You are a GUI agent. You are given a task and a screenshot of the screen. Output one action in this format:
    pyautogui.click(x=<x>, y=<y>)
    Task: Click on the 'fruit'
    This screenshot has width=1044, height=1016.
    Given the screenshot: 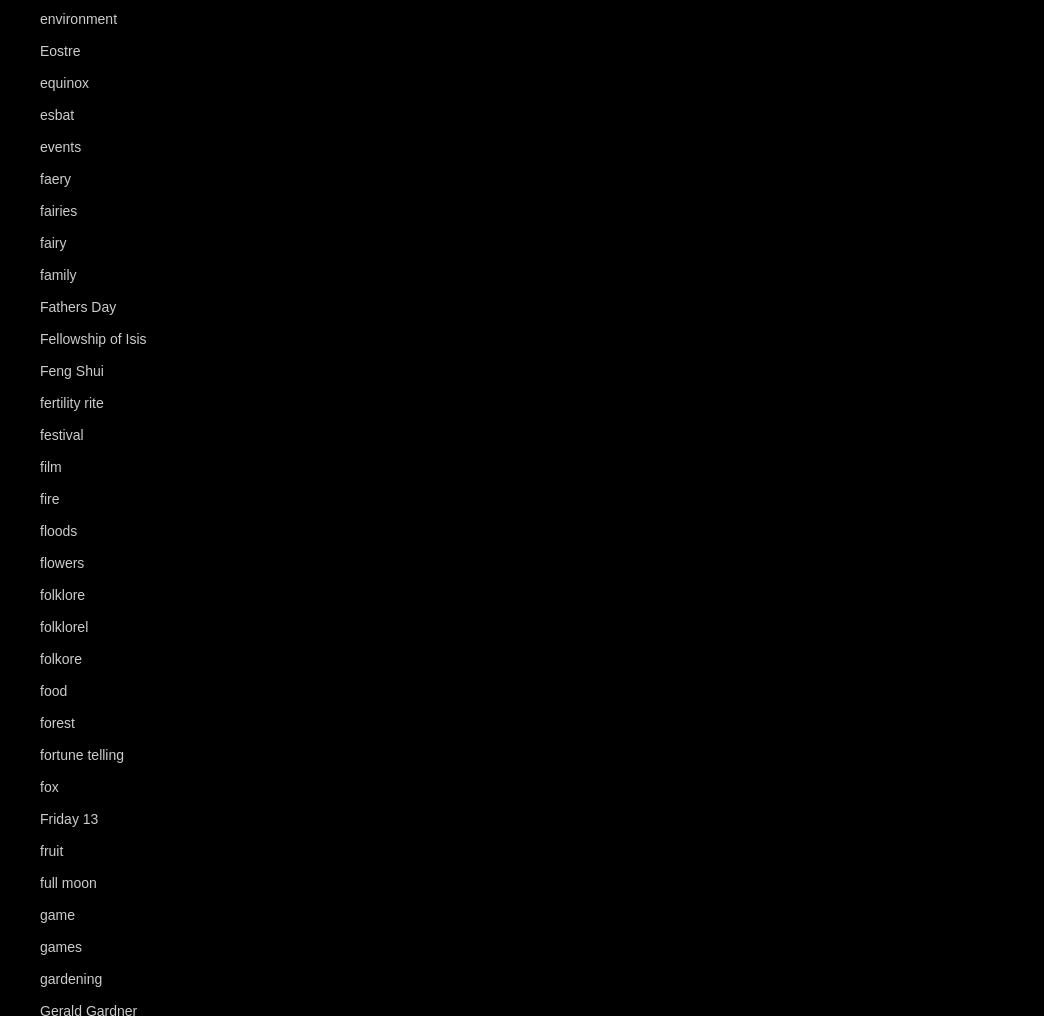 What is the action you would take?
    pyautogui.click(x=50, y=851)
    